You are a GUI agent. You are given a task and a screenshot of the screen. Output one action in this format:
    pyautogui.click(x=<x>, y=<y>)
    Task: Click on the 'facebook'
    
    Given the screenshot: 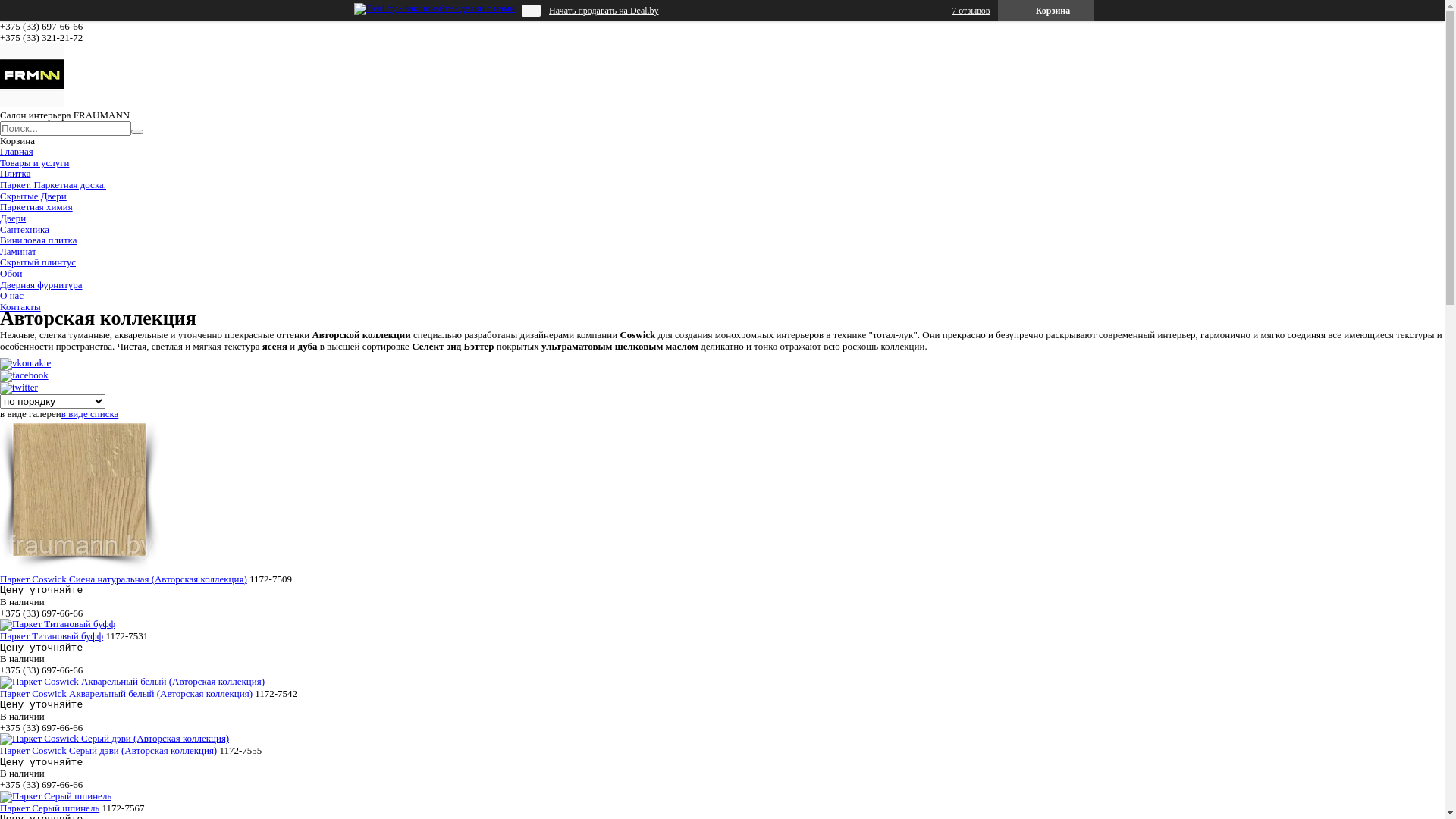 What is the action you would take?
    pyautogui.click(x=24, y=375)
    